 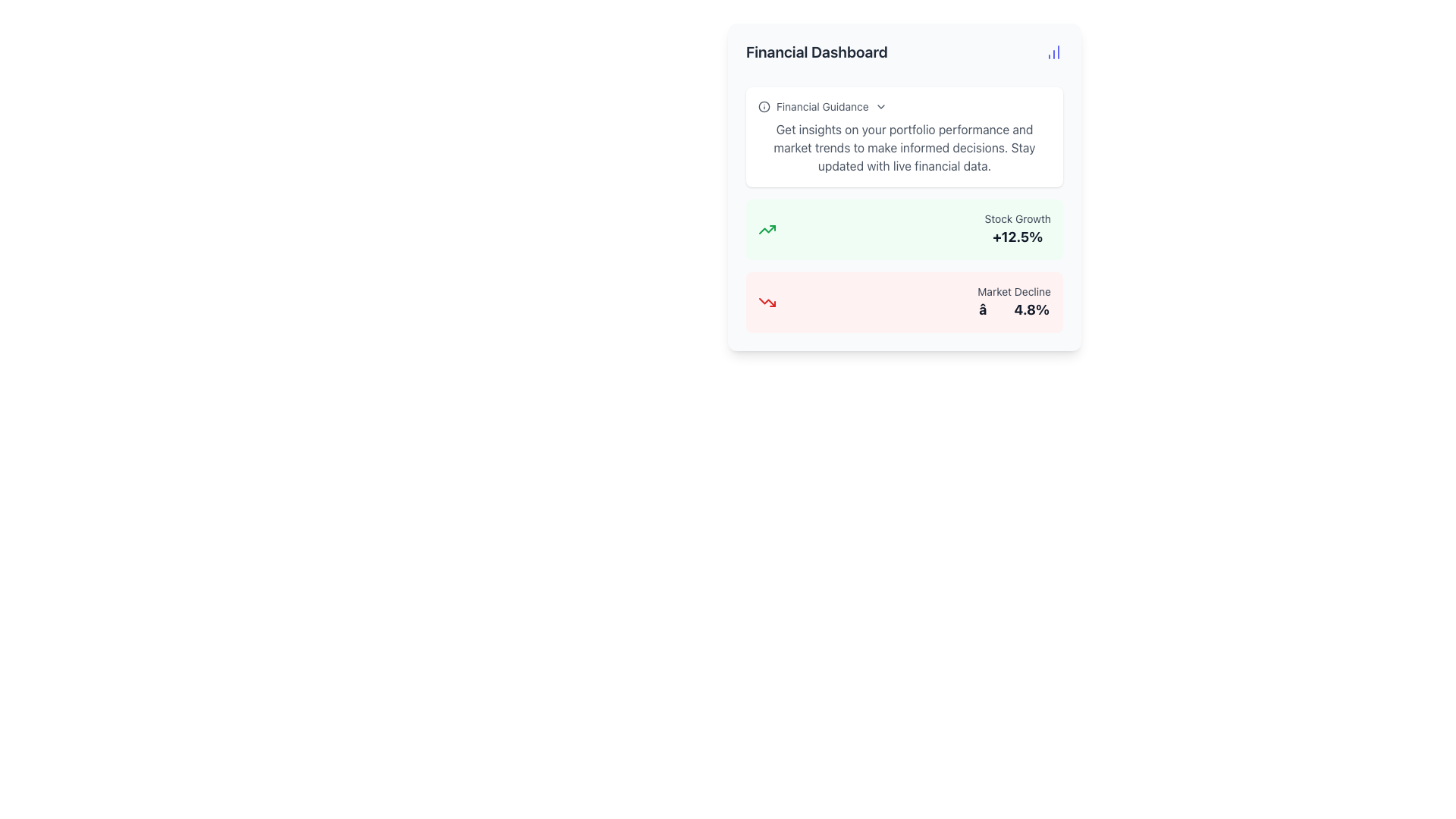 I want to click on the Heading text element, which serves as the title for the dashboard section, located towards the left side of the header region, so click(x=816, y=52).